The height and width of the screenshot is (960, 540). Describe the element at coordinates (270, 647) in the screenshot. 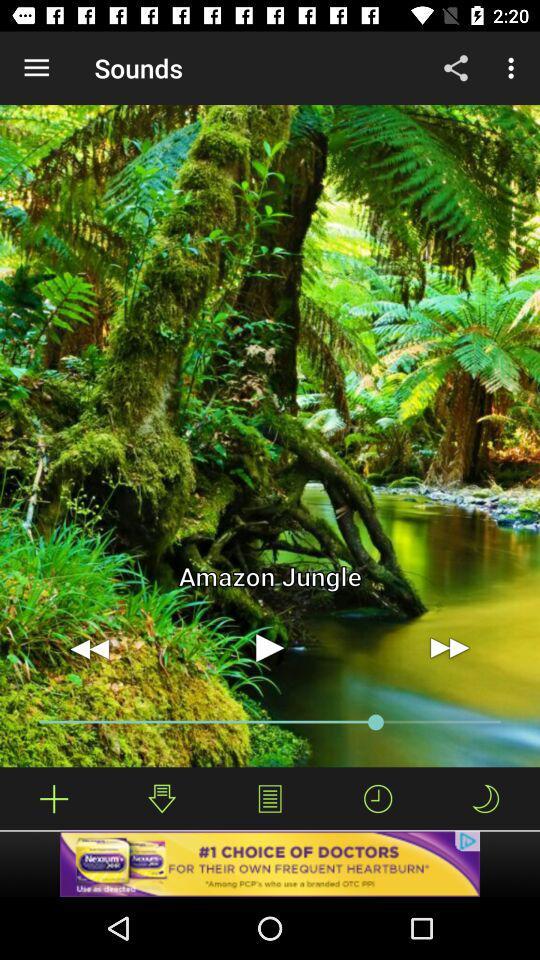

I see `to play the music` at that location.